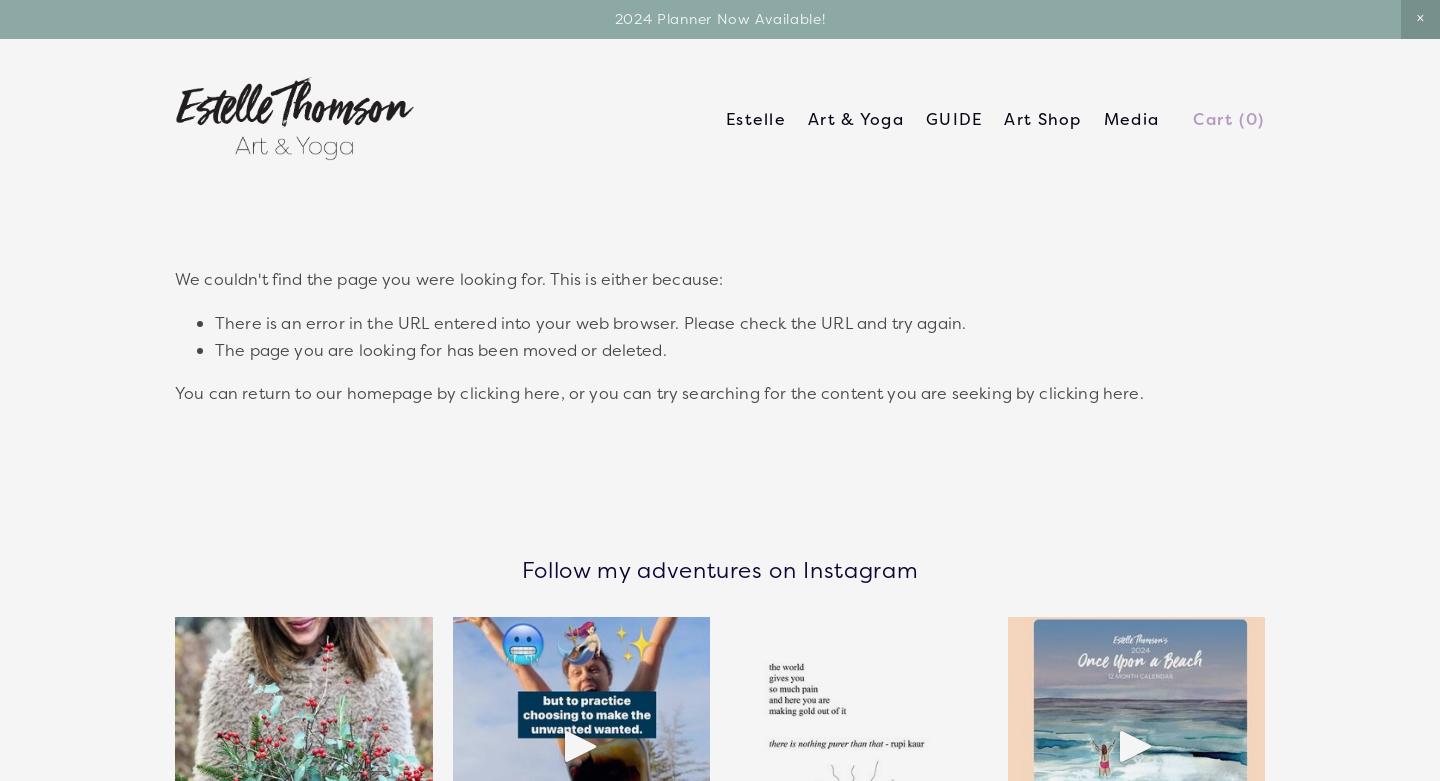  Describe the element at coordinates (440, 349) in the screenshot. I see `'The page you are looking for has been moved or deleted.'` at that location.